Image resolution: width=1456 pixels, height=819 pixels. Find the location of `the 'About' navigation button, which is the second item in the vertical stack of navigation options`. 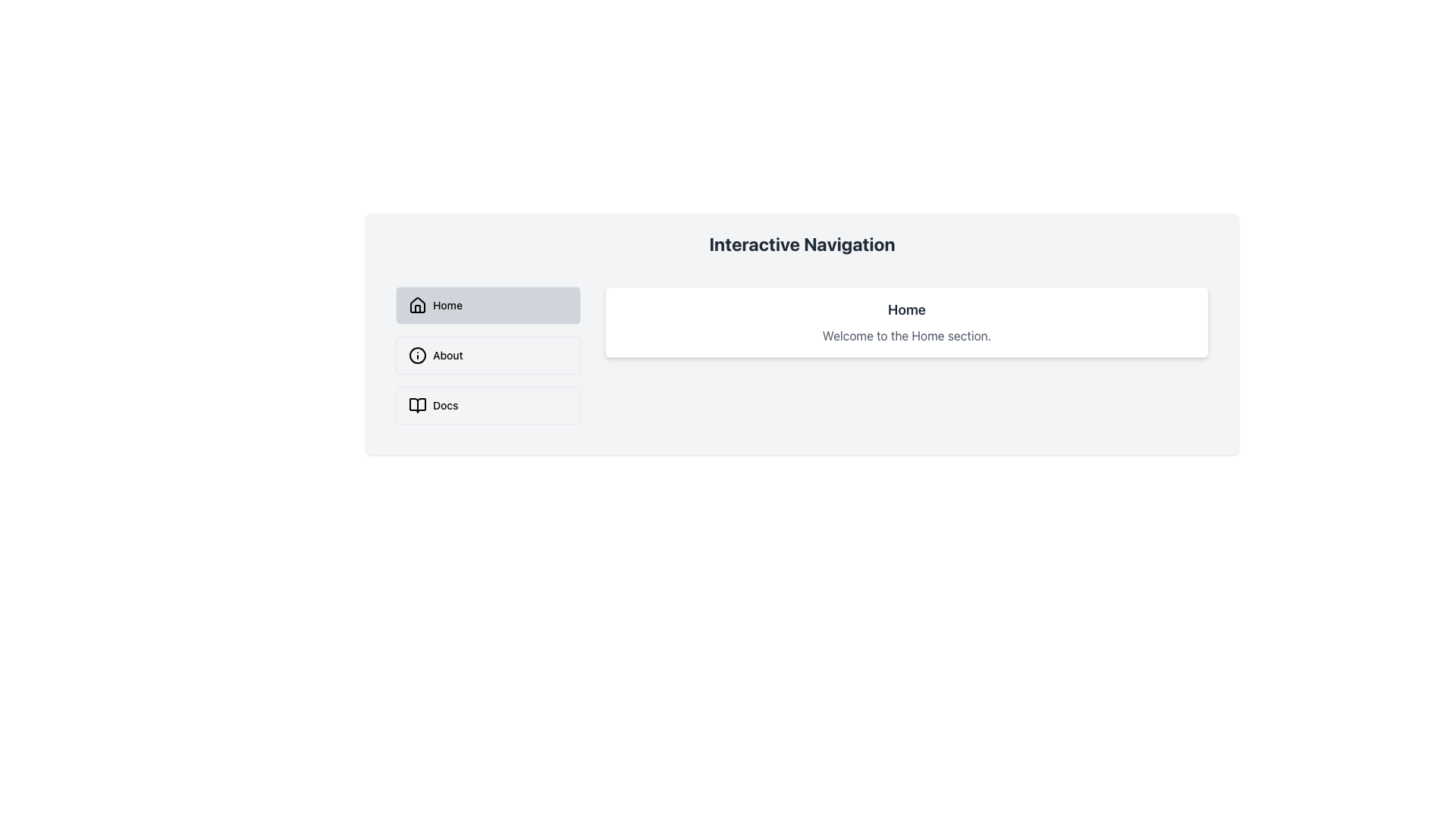

the 'About' navigation button, which is the second item in the vertical stack of navigation options is located at coordinates (488, 356).